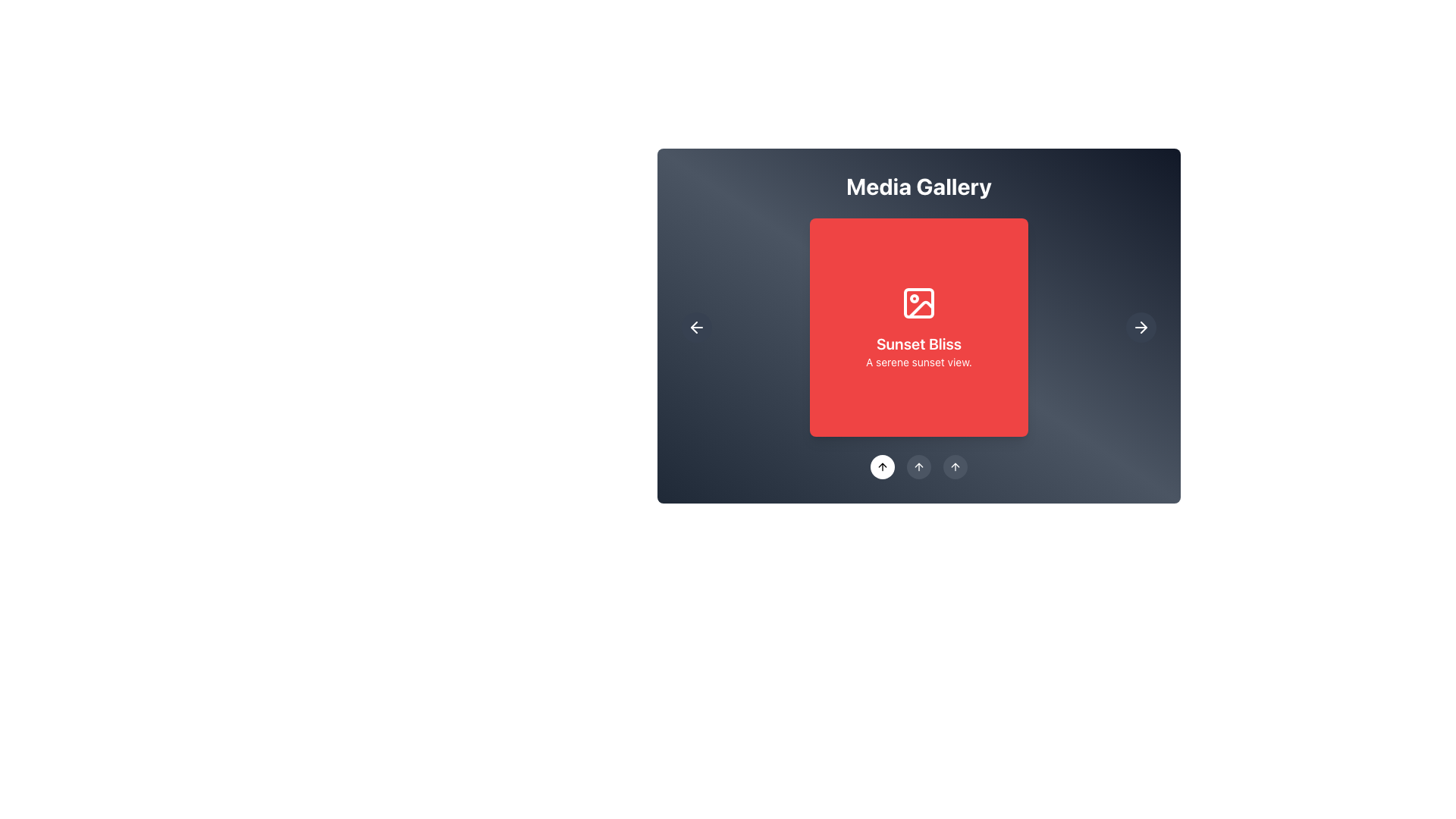  I want to click on the central content card titled 'Sunset Bliss' in the media gallery to interact with it, so click(918, 327).